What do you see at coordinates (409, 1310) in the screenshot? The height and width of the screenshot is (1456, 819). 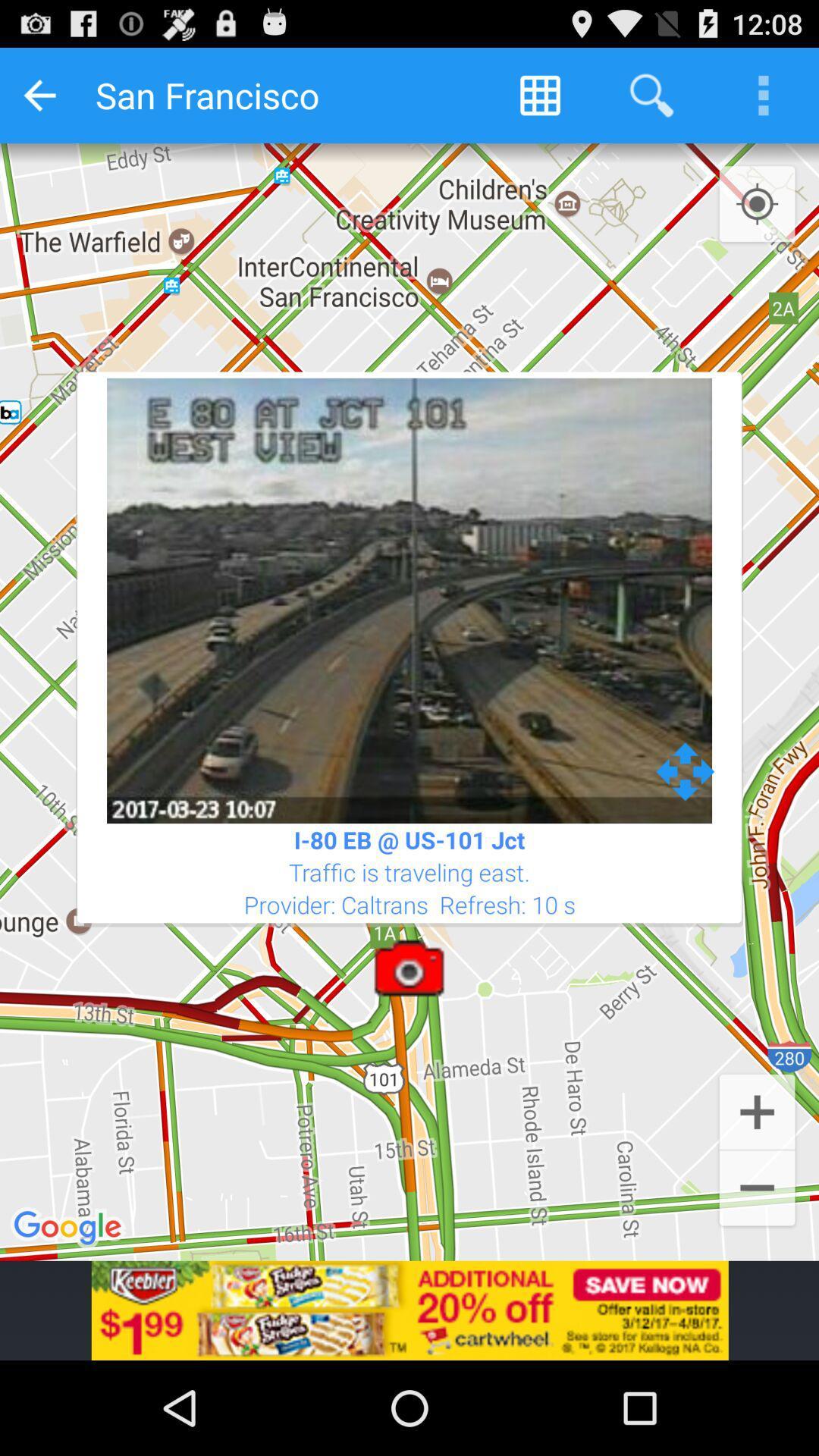 I see `visit advertisement` at bounding box center [409, 1310].